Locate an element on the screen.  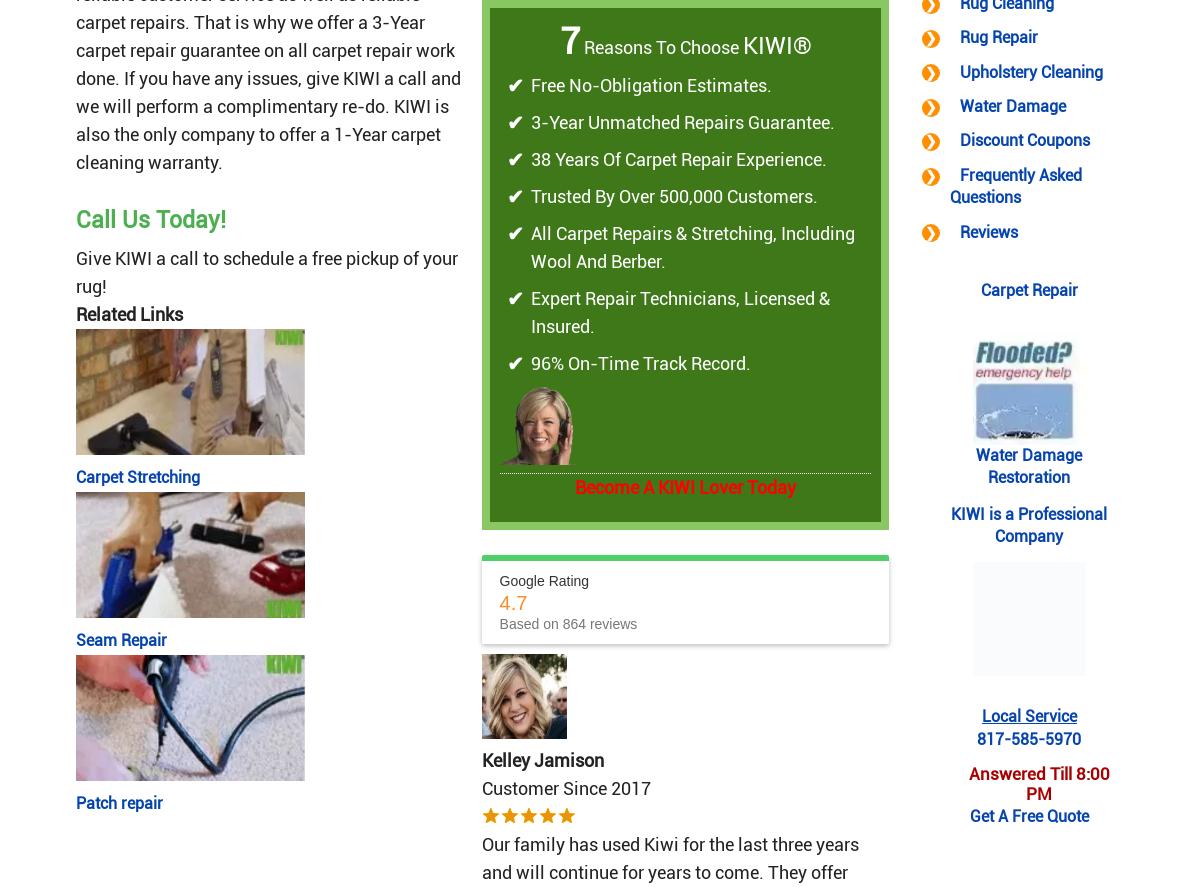
'Kelley Jamison' is located at coordinates (541, 758).